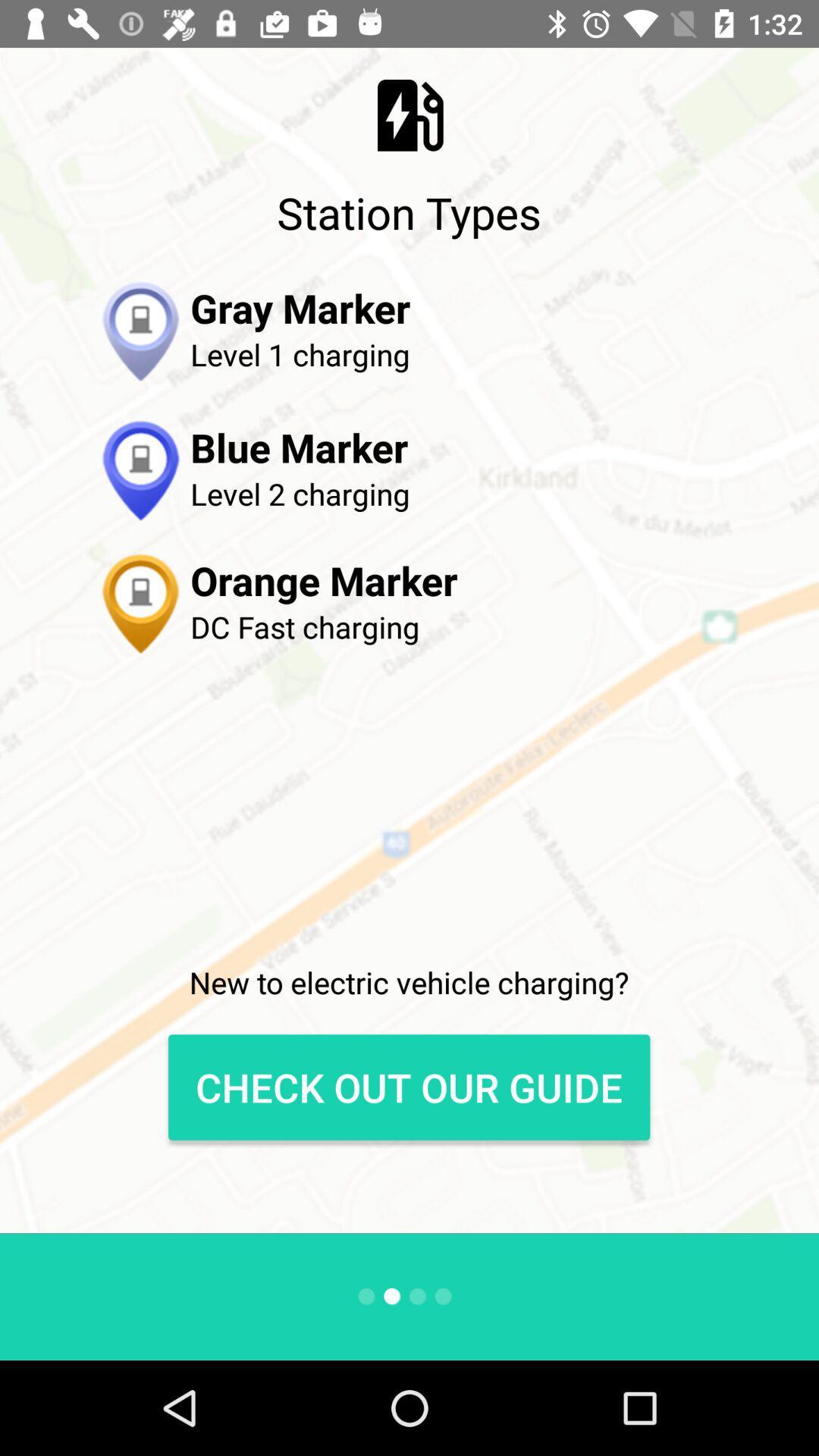 The height and width of the screenshot is (1456, 819). I want to click on icon below new to electric item, so click(408, 1087).